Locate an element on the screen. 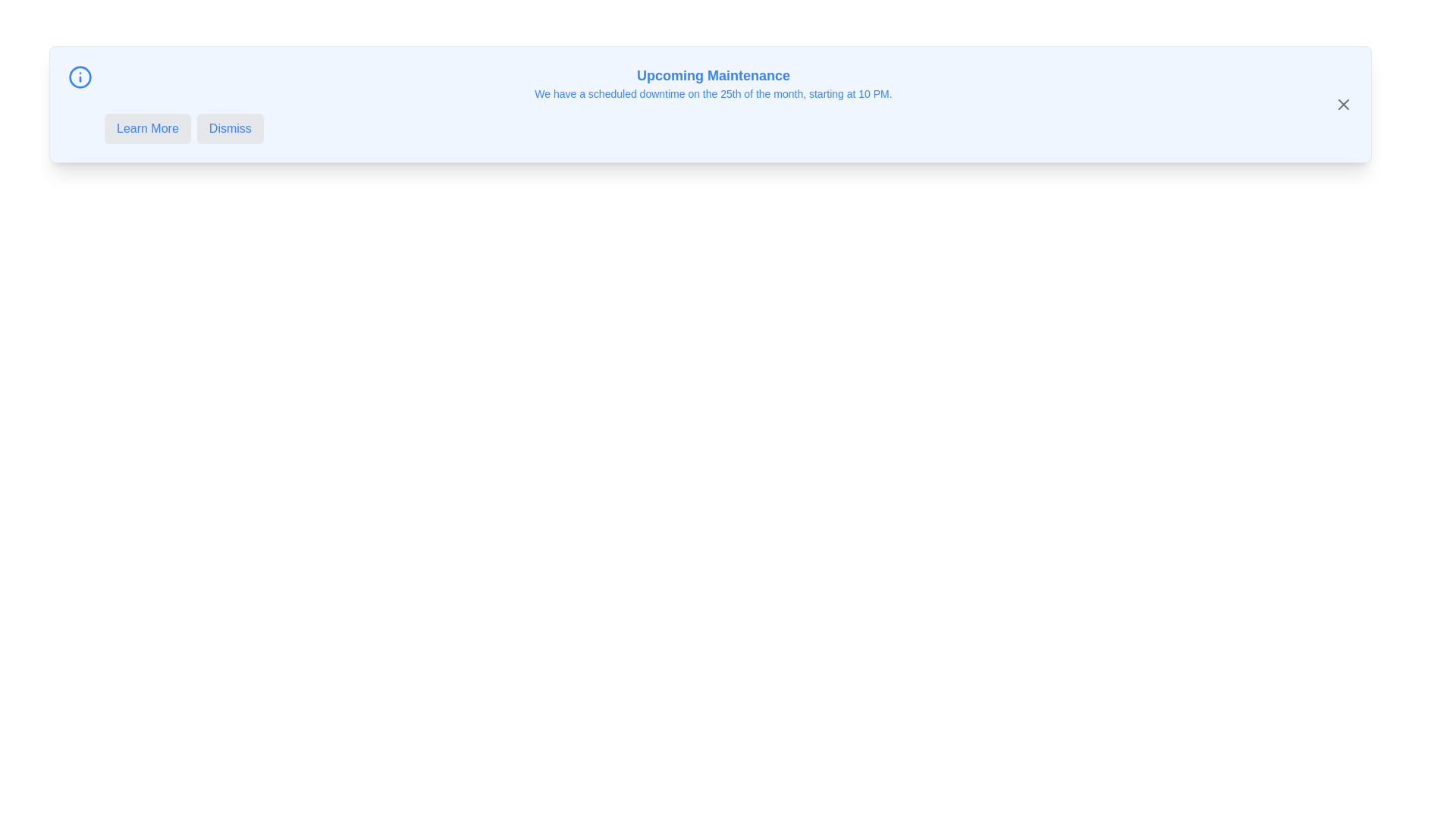 The height and width of the screenshot is (819, 1456). the informational icon located at the top-left side of the notification card, which provides additional details or context about the notification is located at coordinates (79, 77).